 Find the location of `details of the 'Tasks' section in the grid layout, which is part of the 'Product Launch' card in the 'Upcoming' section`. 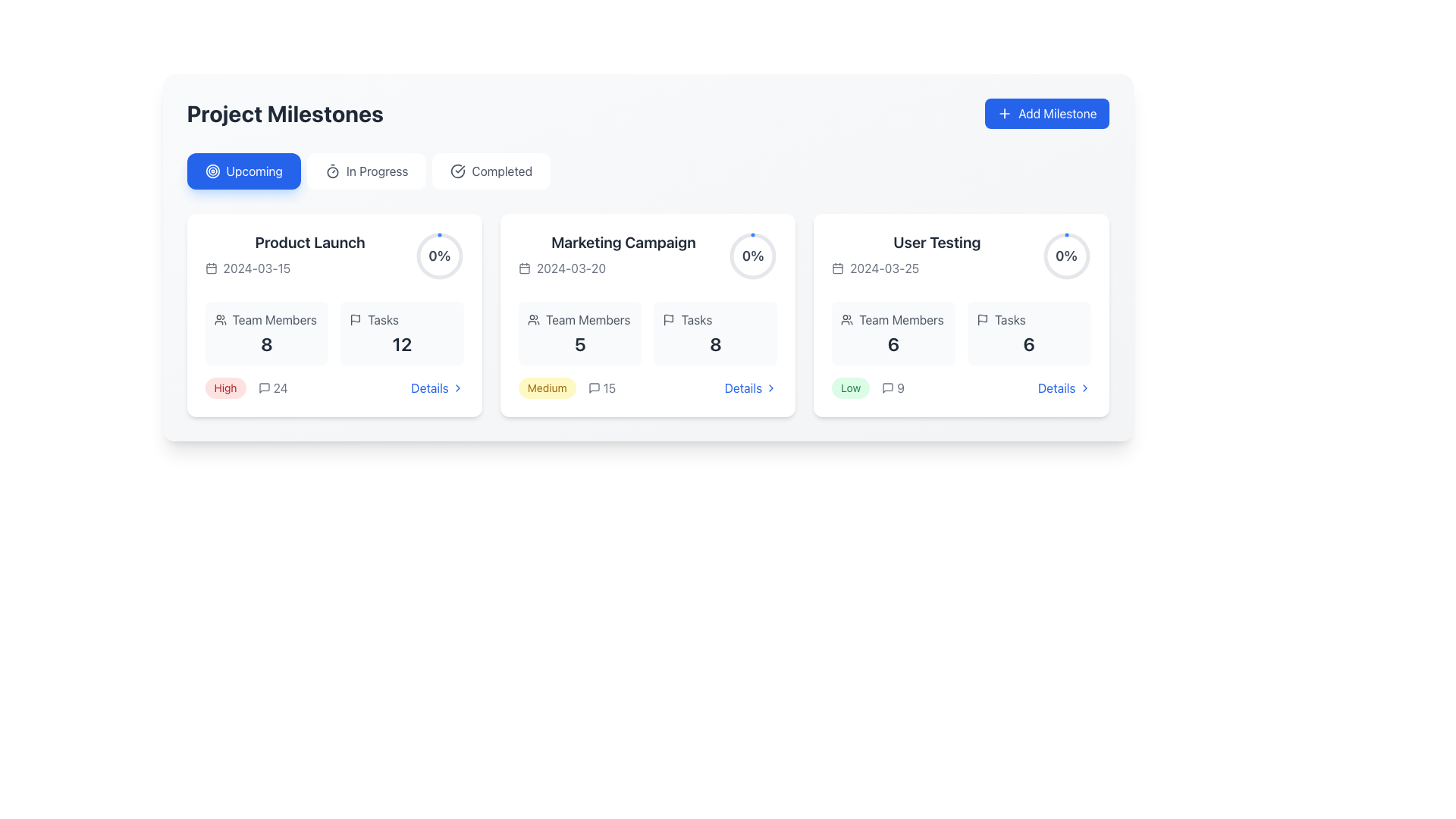

details of the 'Tasks' section in the grid layout, which is part of the 'Product Launch' card in the 'Upcoming' section is located at coordinates (334, 332).